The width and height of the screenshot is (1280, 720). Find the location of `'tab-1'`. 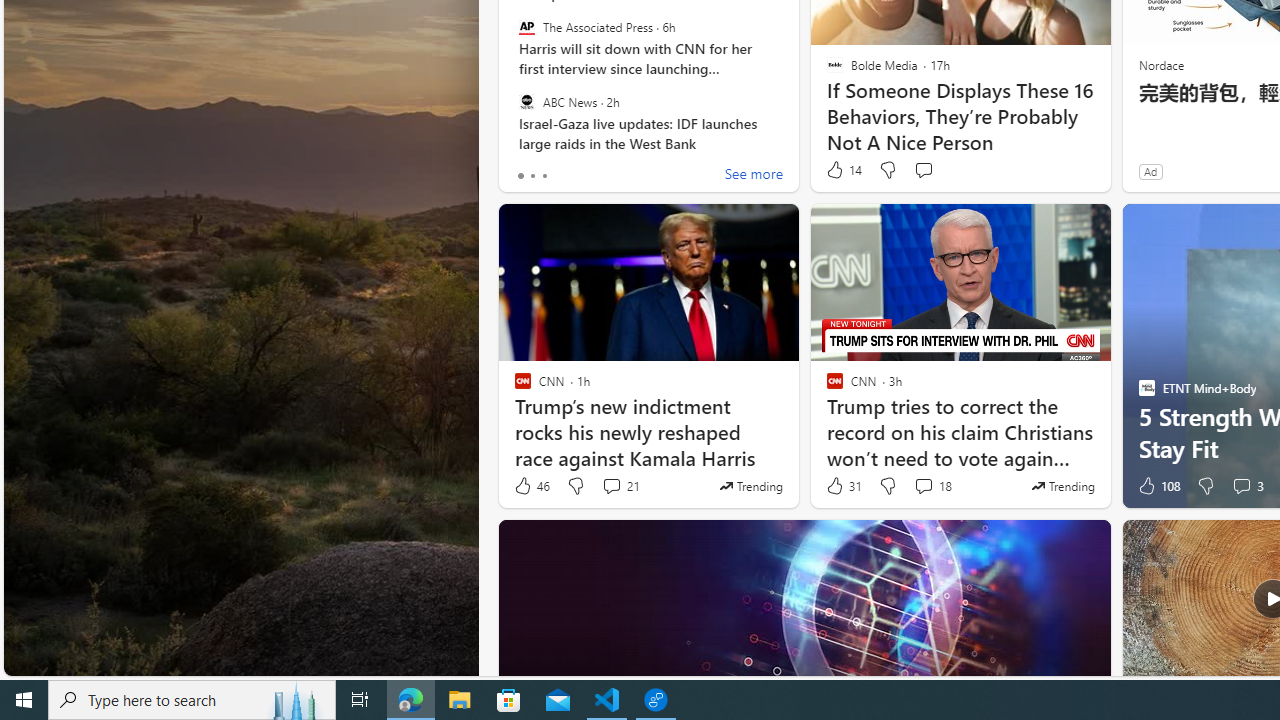

'tab-1' is located at coordinates (532, 175).